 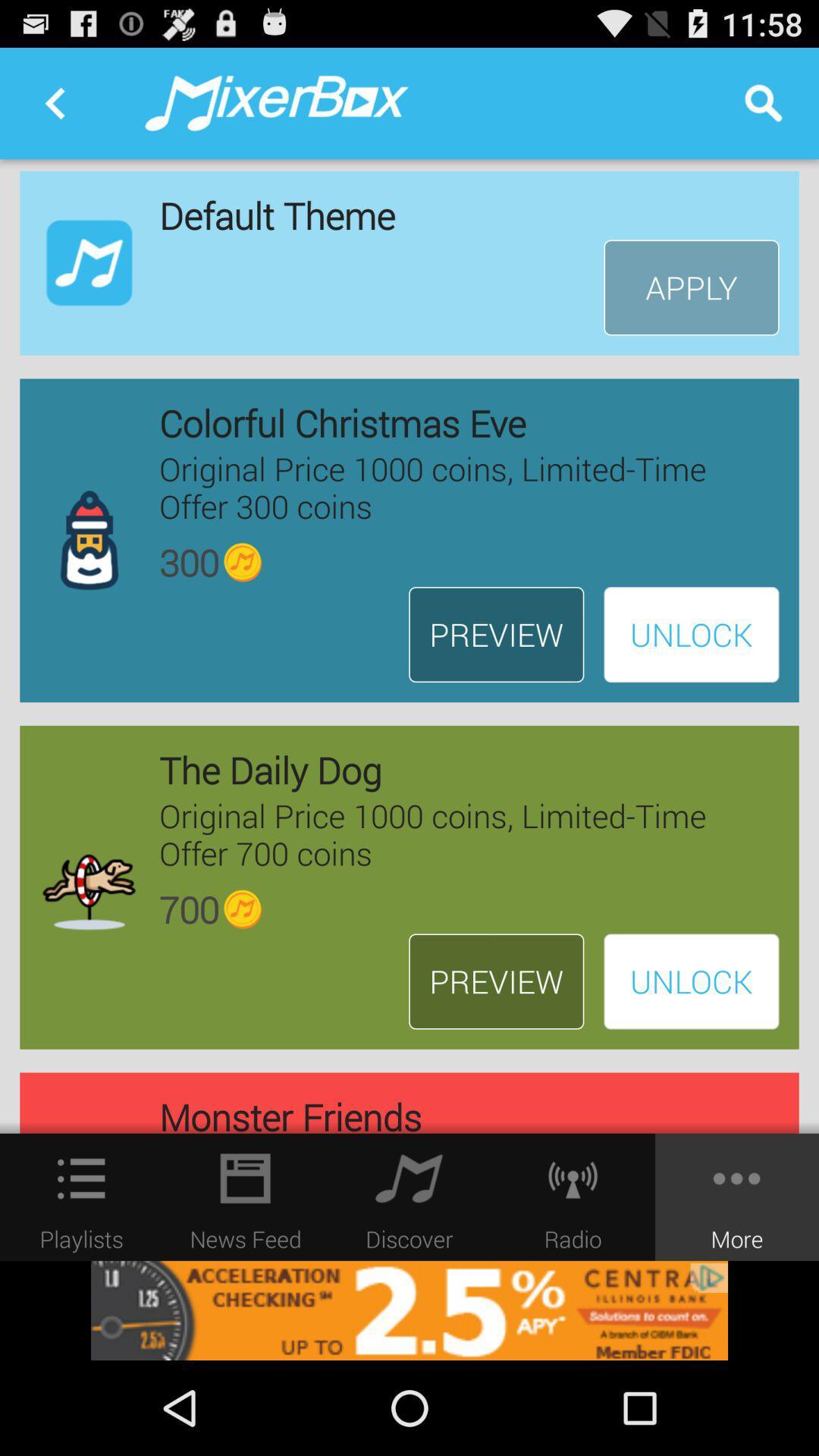 I want to click on advertising, so click(x=409, y=1310).